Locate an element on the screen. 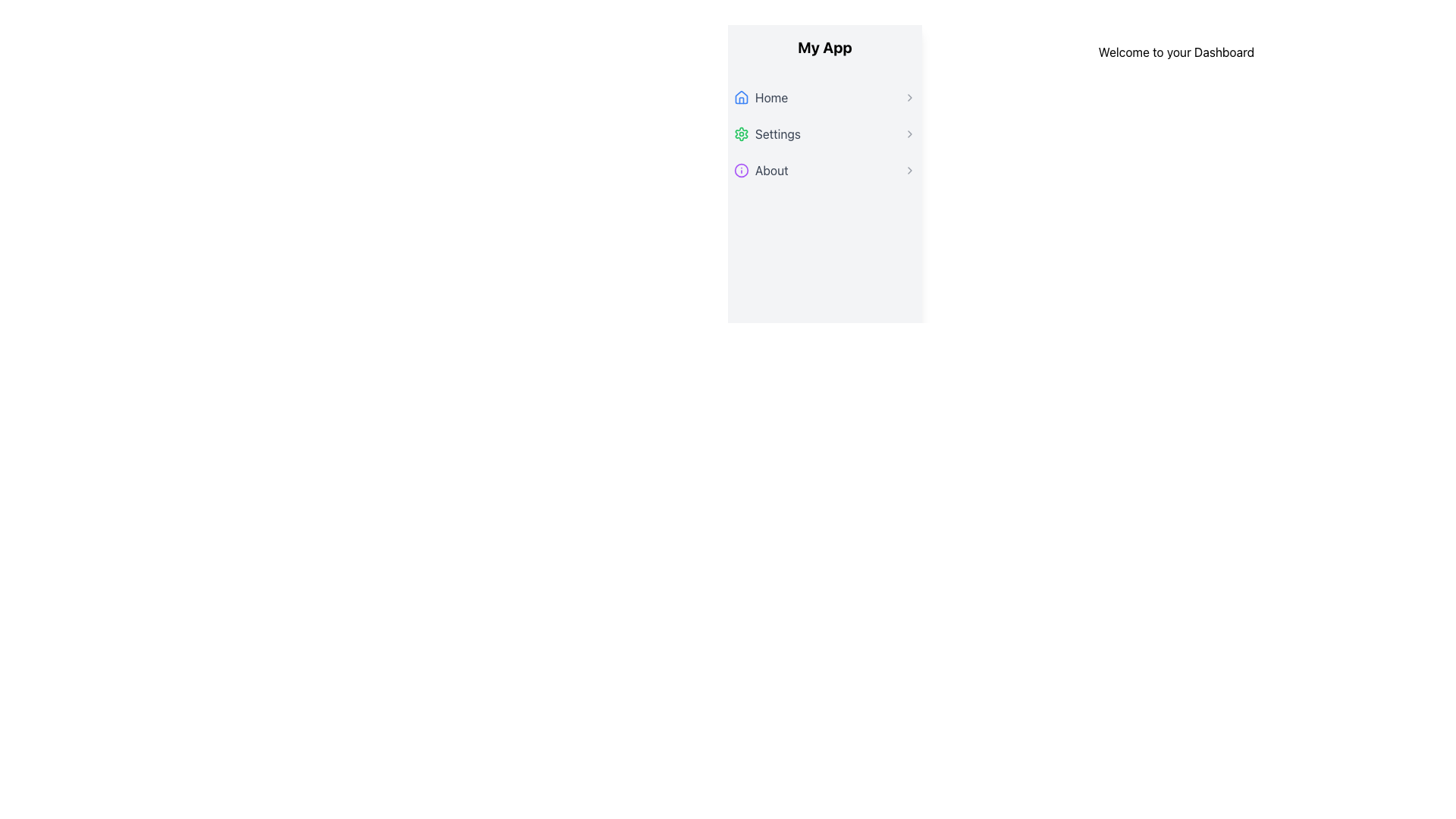 This screenshot has height=819, width=1456. on the centrally aligned text displaying 'My App' at the top of the left-aligned sidebar navigation panel is located at coordinates (824, 46).